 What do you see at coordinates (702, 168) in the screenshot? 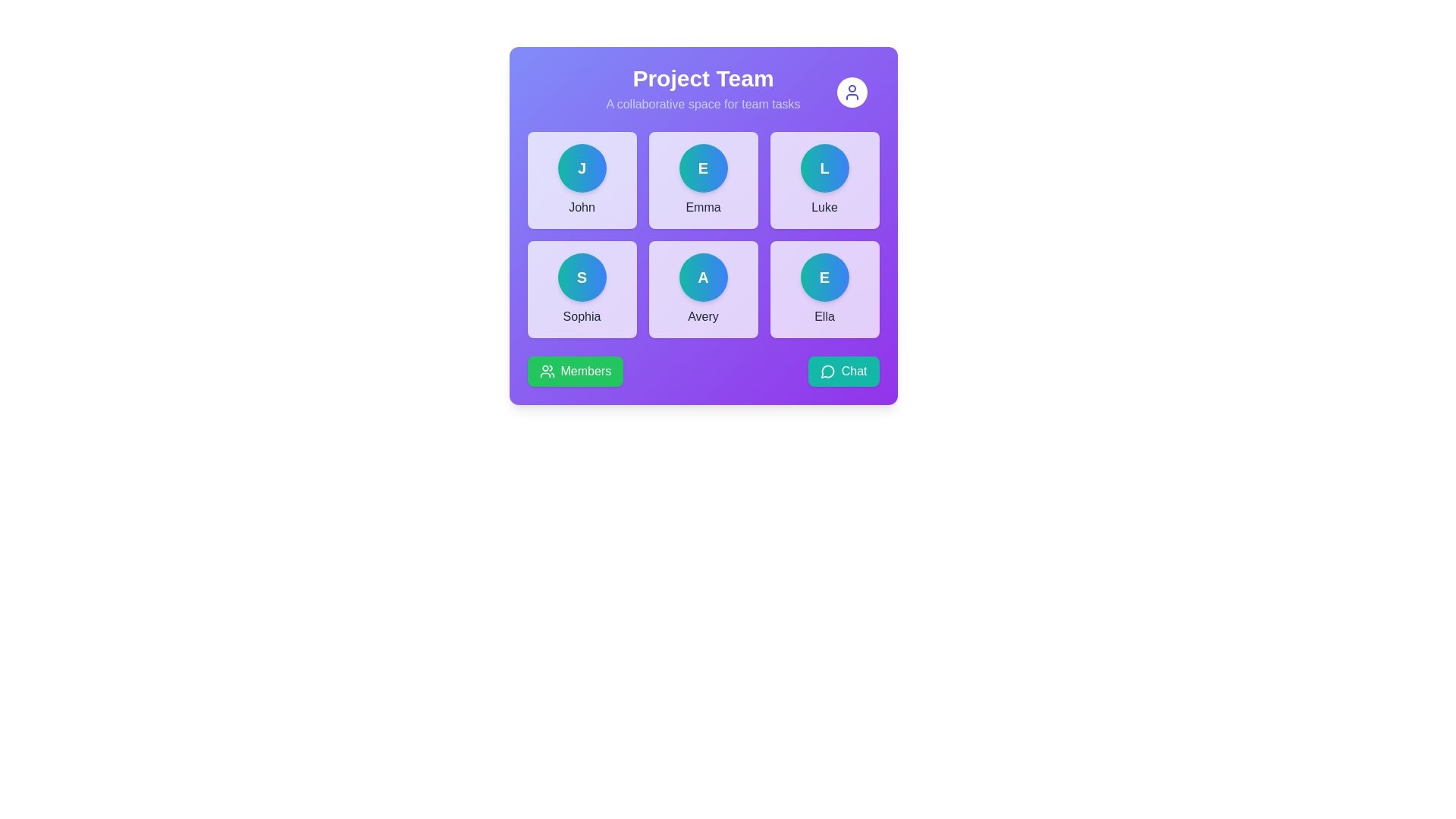
I see `the circular avatar button featuring a gradient background from teal to blue and a bold white letter 'E' centered within it` at bounding box center [702, 168].